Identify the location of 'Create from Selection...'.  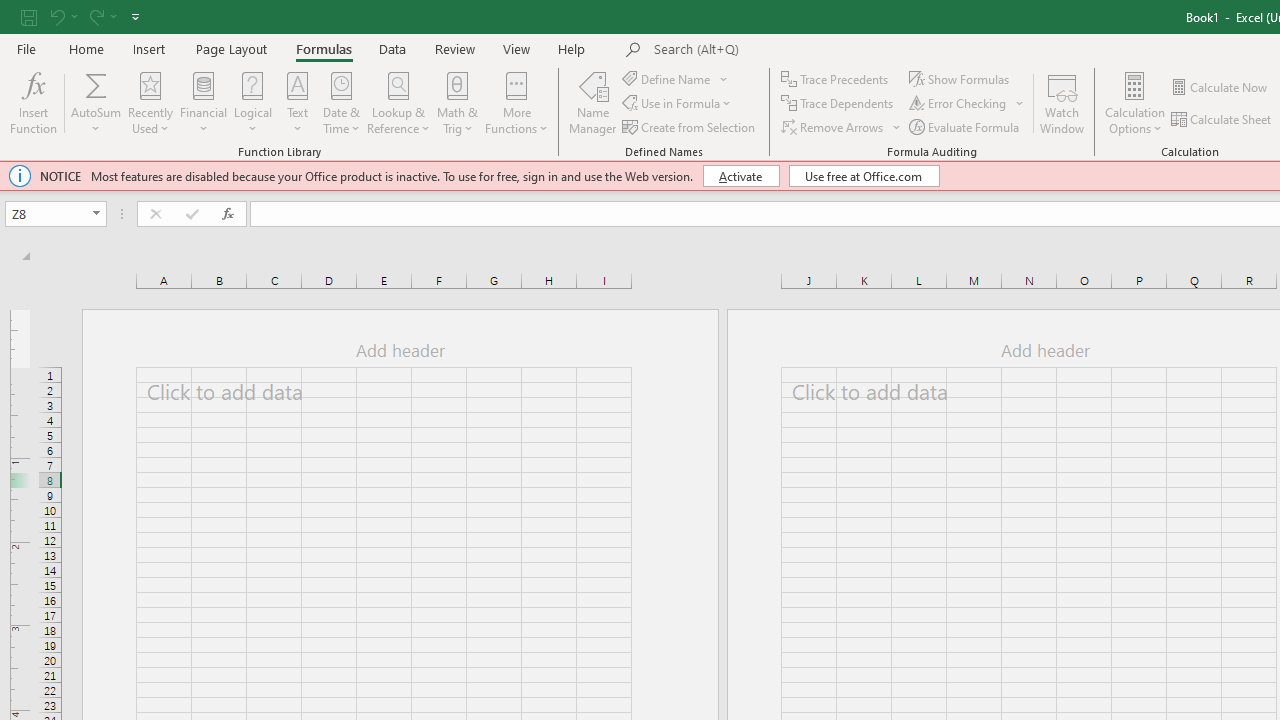
(690, 127).